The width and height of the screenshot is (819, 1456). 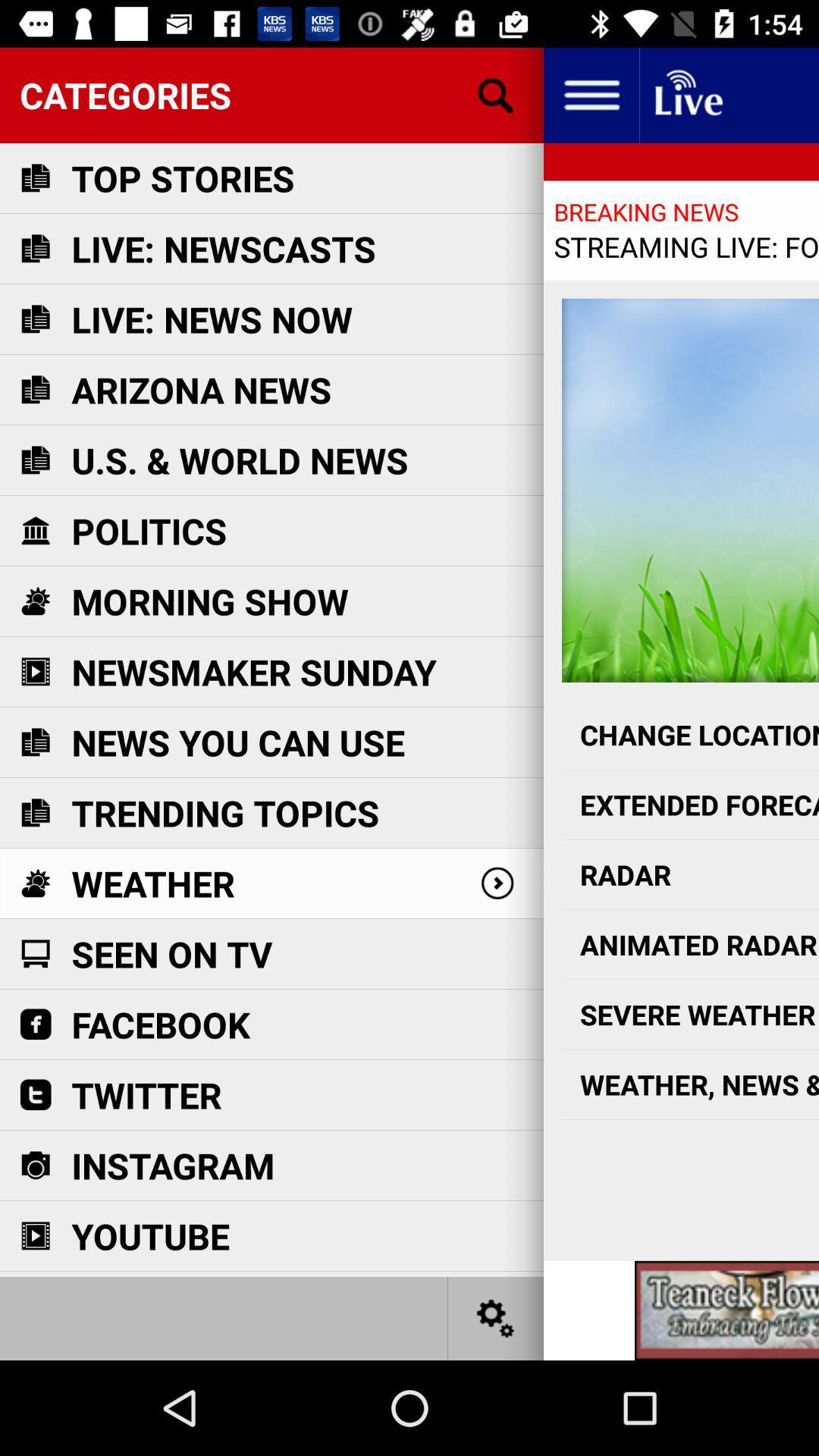 What do you see at coordinates (34, 952) in the screenshot?
I see `the icon which is beside seen on tv` at bounding box center [34, 952].